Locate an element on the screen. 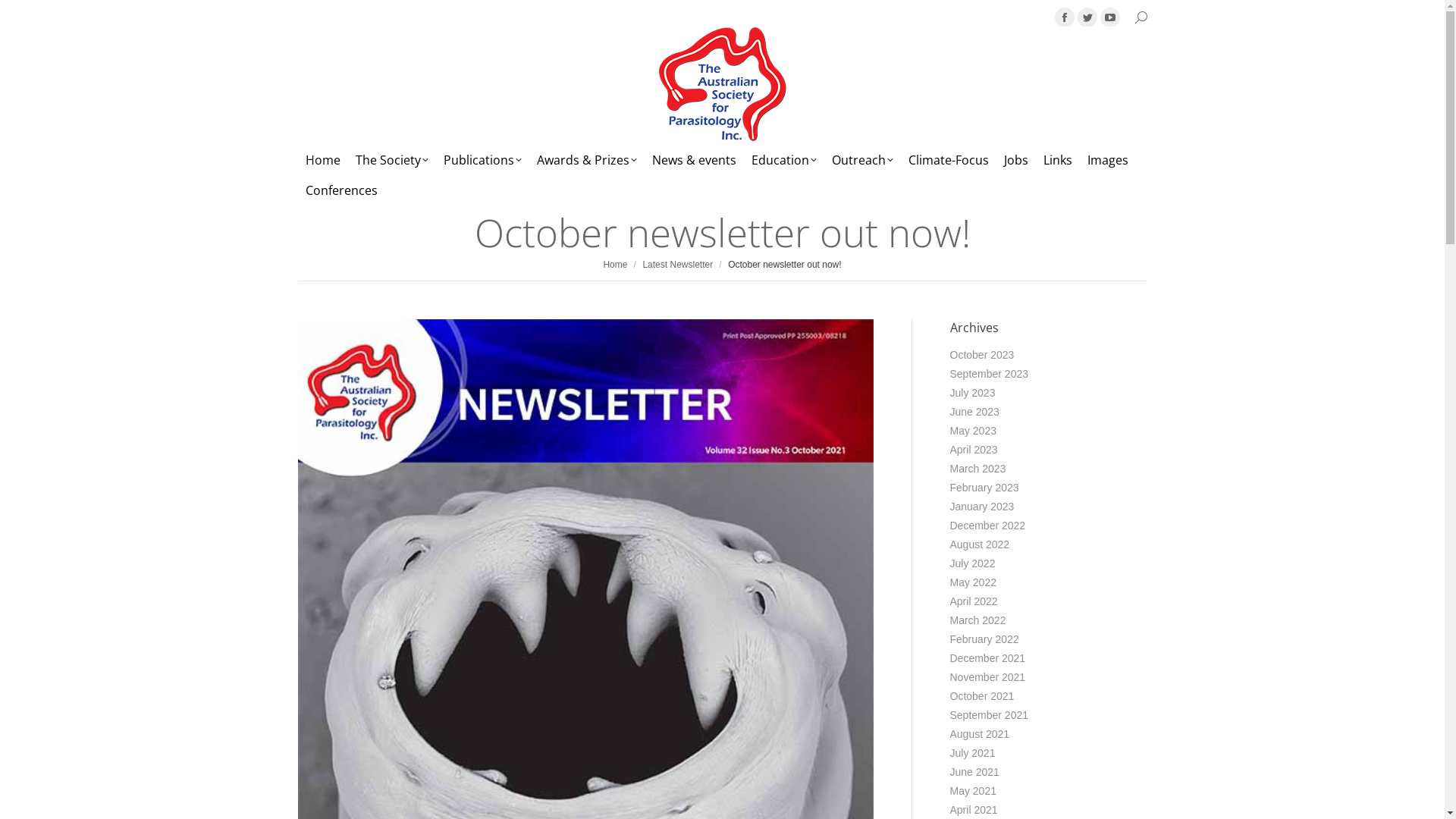 The image size is (1456, 819). 'May 2022' is located at coordinates (972, 581).